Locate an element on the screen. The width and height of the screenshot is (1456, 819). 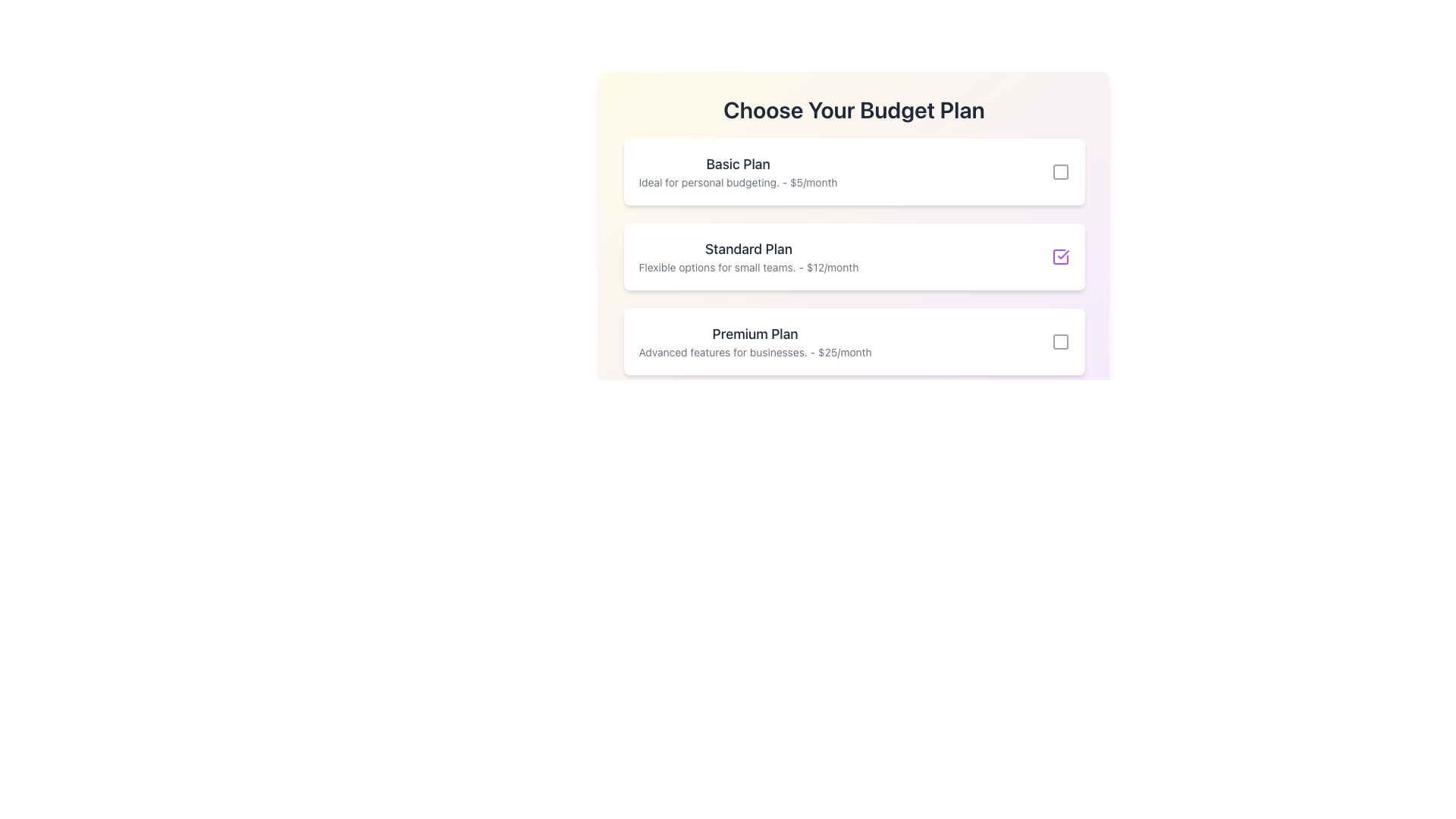
the 'Premium Plan' selectable option, which includes a checkbox and descriptive text about the plan's features and pricing is located at coordinates (854, 342).